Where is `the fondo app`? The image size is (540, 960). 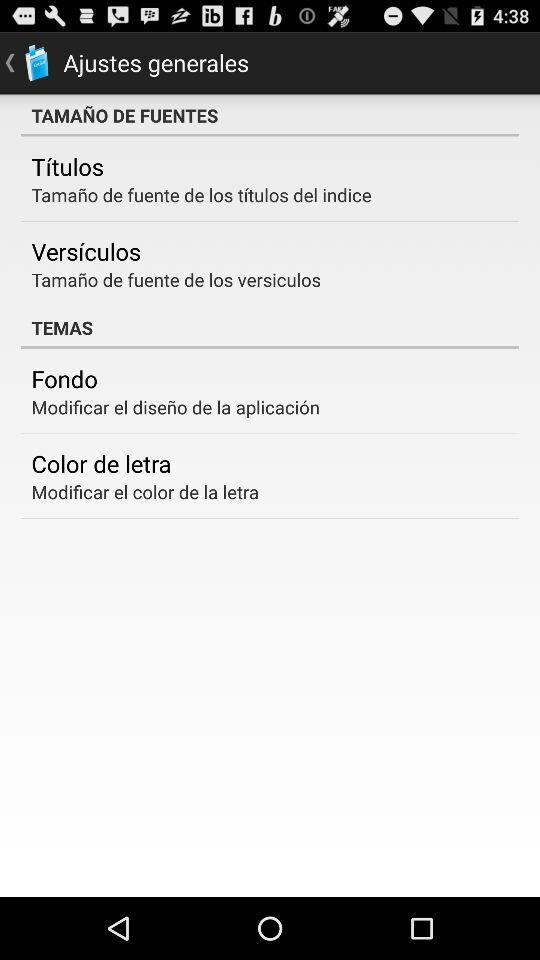
the fondo app is located at coordinates (64, 377).